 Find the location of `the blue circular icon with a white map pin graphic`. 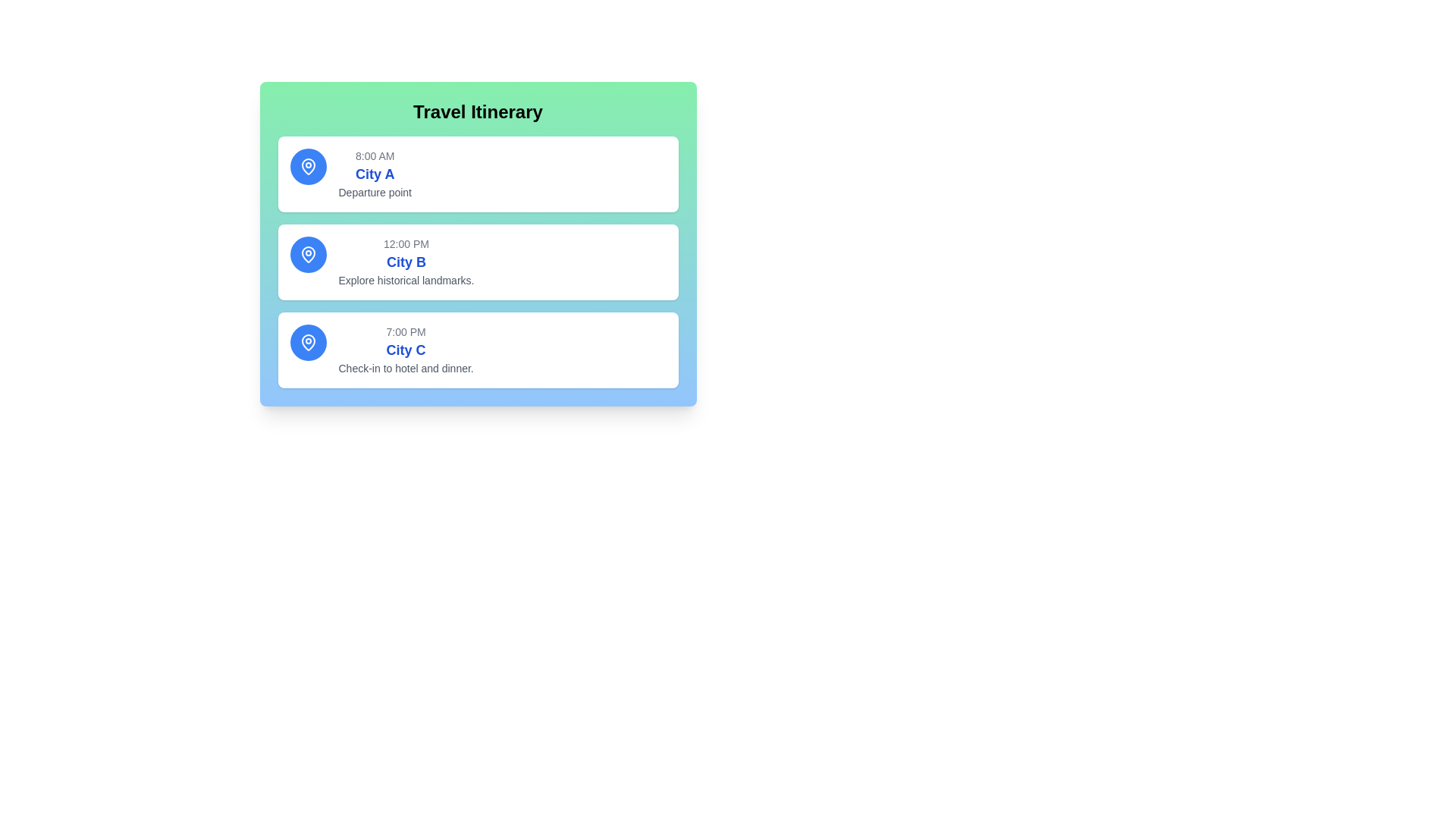

the blue circular icon with a white map pin graphic is located at coordinates (307, 342).